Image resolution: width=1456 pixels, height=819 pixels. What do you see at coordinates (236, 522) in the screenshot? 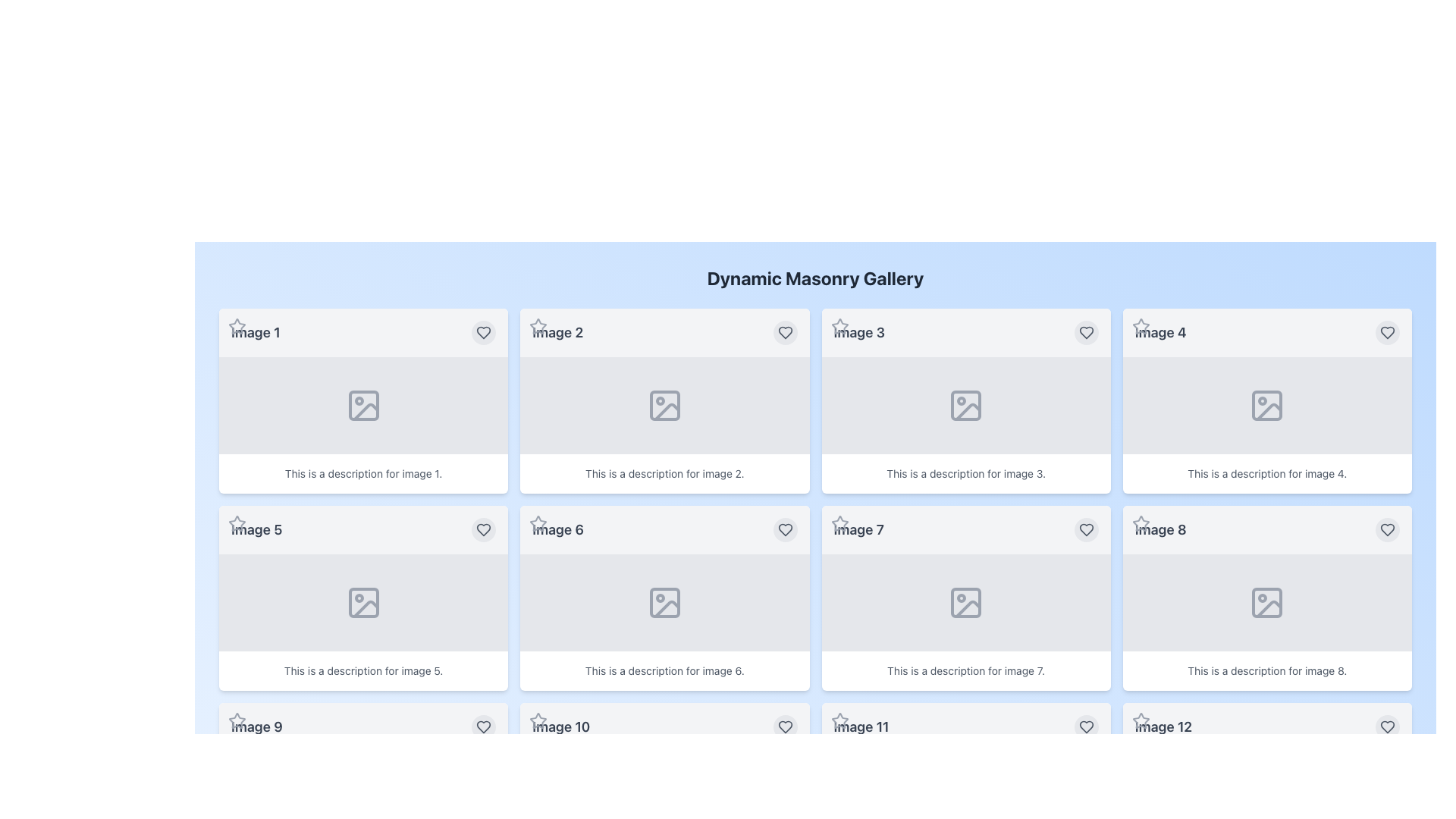
I see `the star-shaped interactive icon located in the top-left corner of the image card titled 'Image 5' to interact with it` at bounding box center [236, 522].